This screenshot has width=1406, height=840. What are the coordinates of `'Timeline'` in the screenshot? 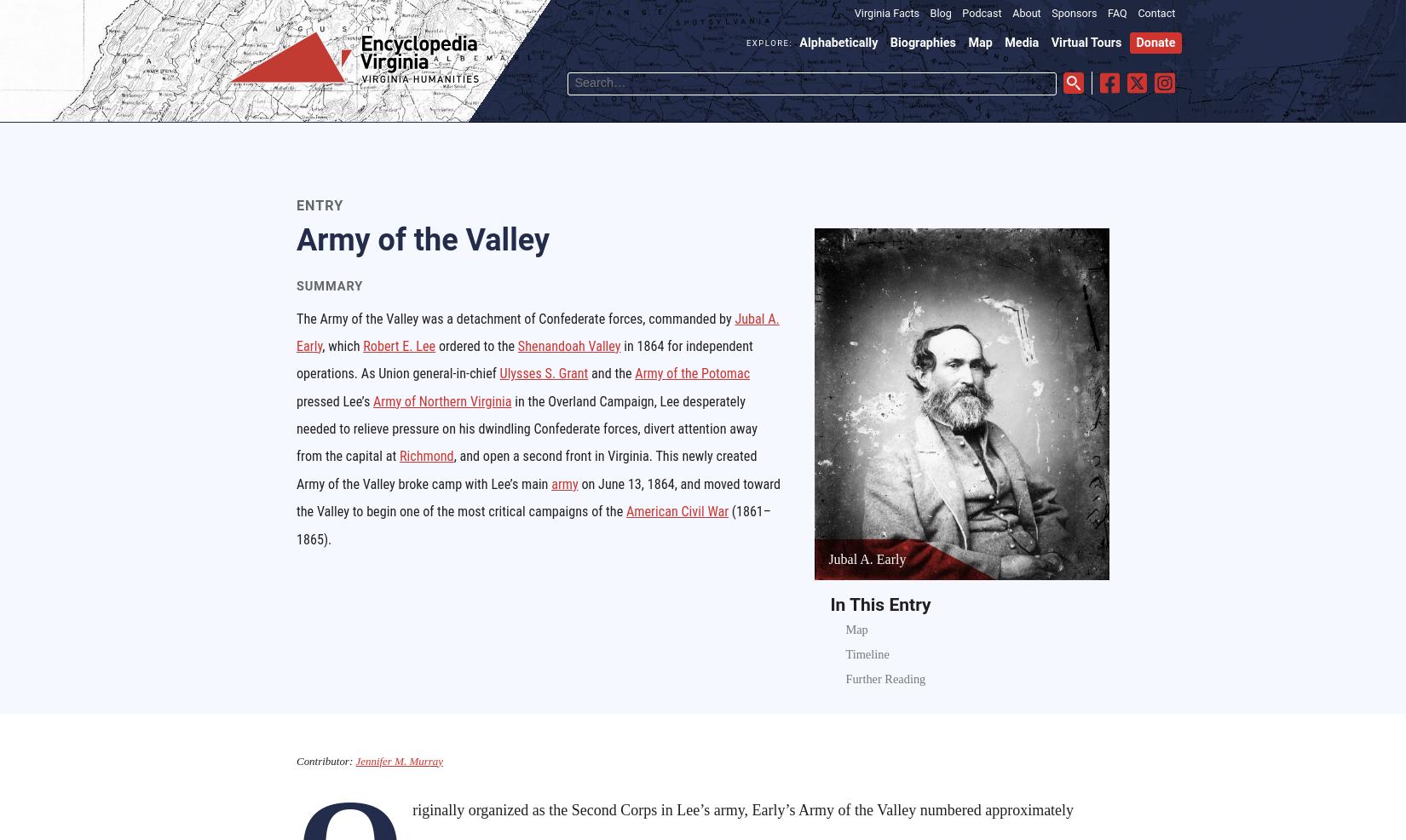 It's located at (867, 653).